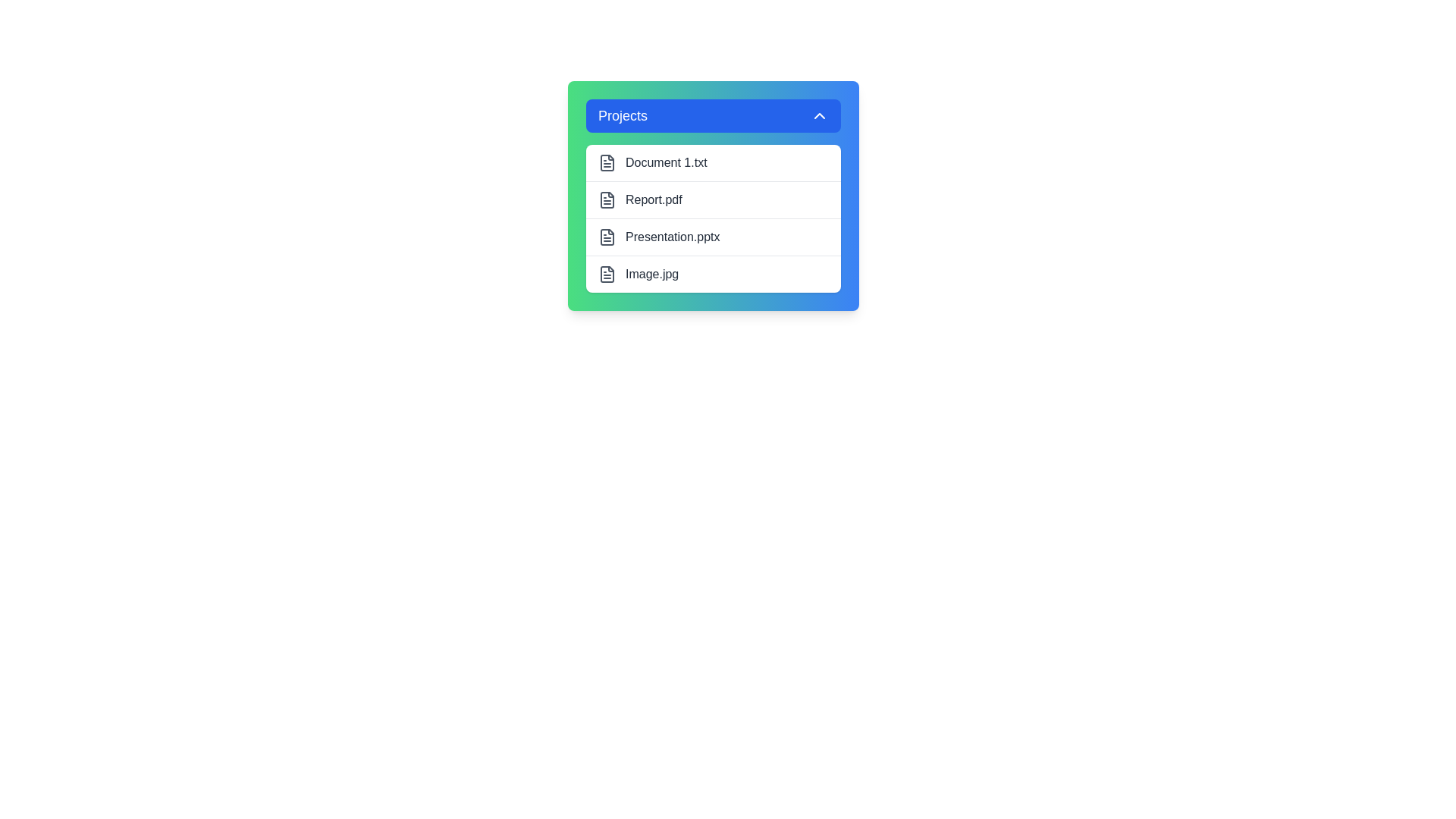  I want to click on the file Presentation.pptx from the list, so click(712, 237).